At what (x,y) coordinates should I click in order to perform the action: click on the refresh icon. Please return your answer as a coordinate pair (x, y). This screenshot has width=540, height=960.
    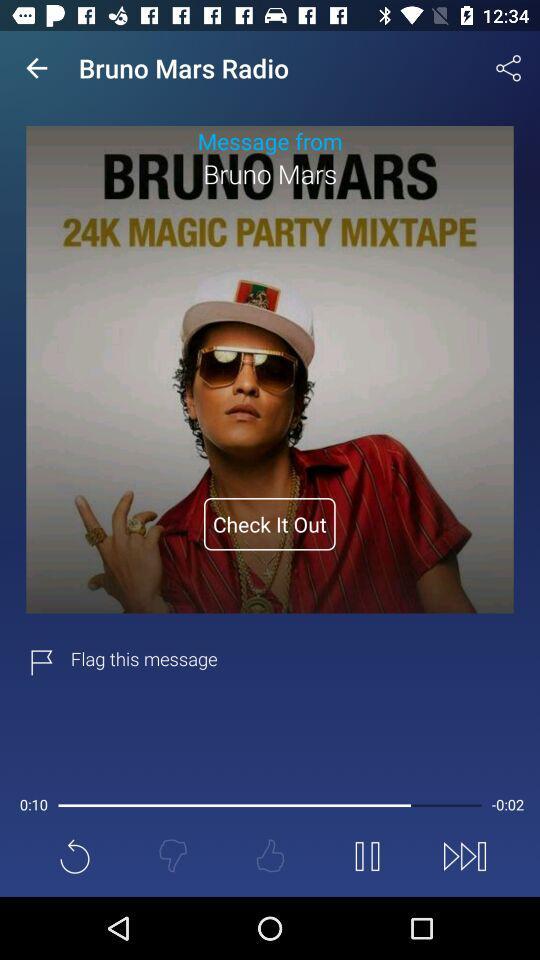
    Looking at the image, I should click on (74, 855).